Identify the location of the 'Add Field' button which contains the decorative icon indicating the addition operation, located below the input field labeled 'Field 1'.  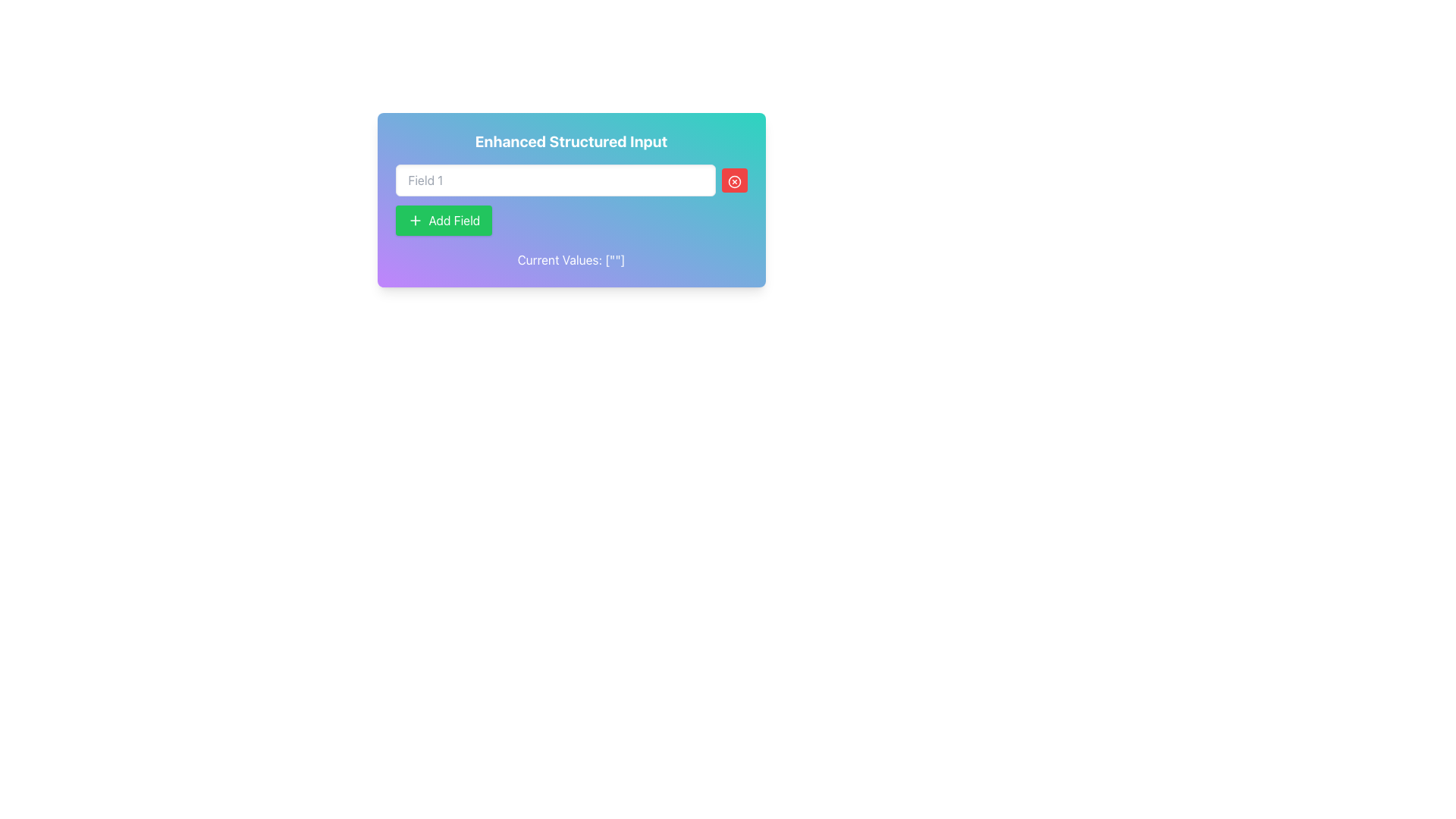
(415, 220).